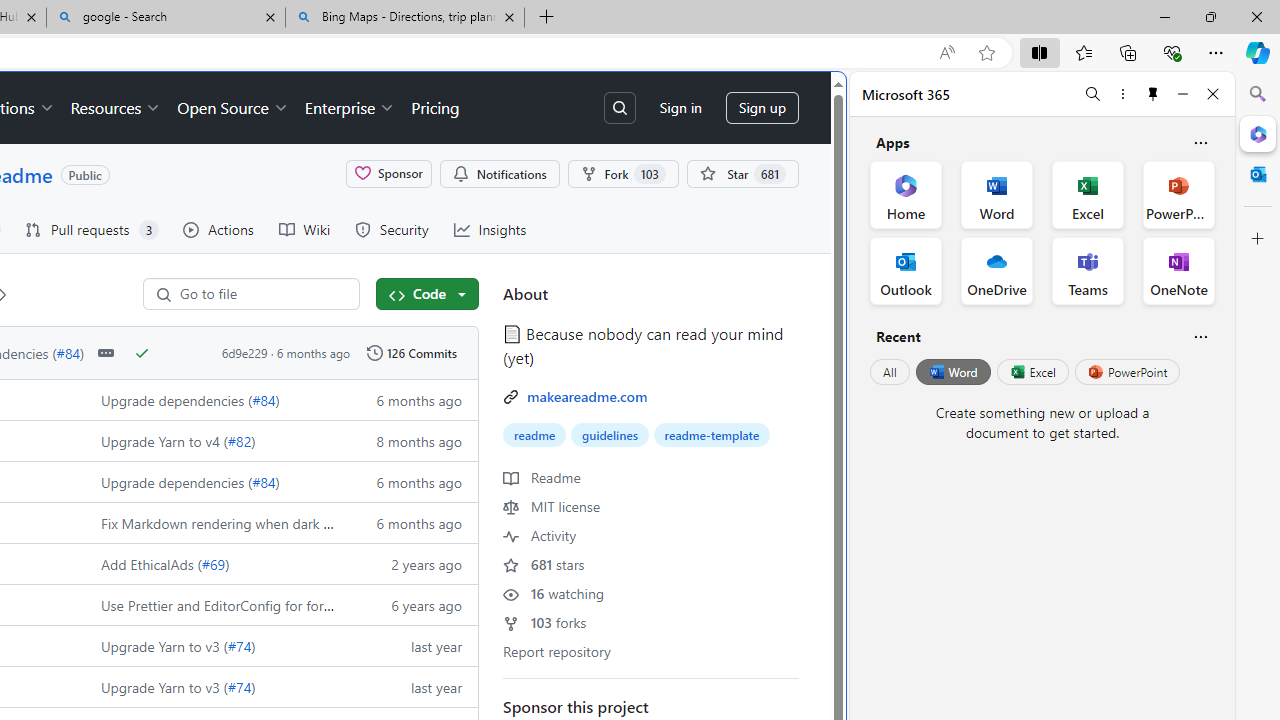  I want to click on 'Fork 103', so click(621, 172).